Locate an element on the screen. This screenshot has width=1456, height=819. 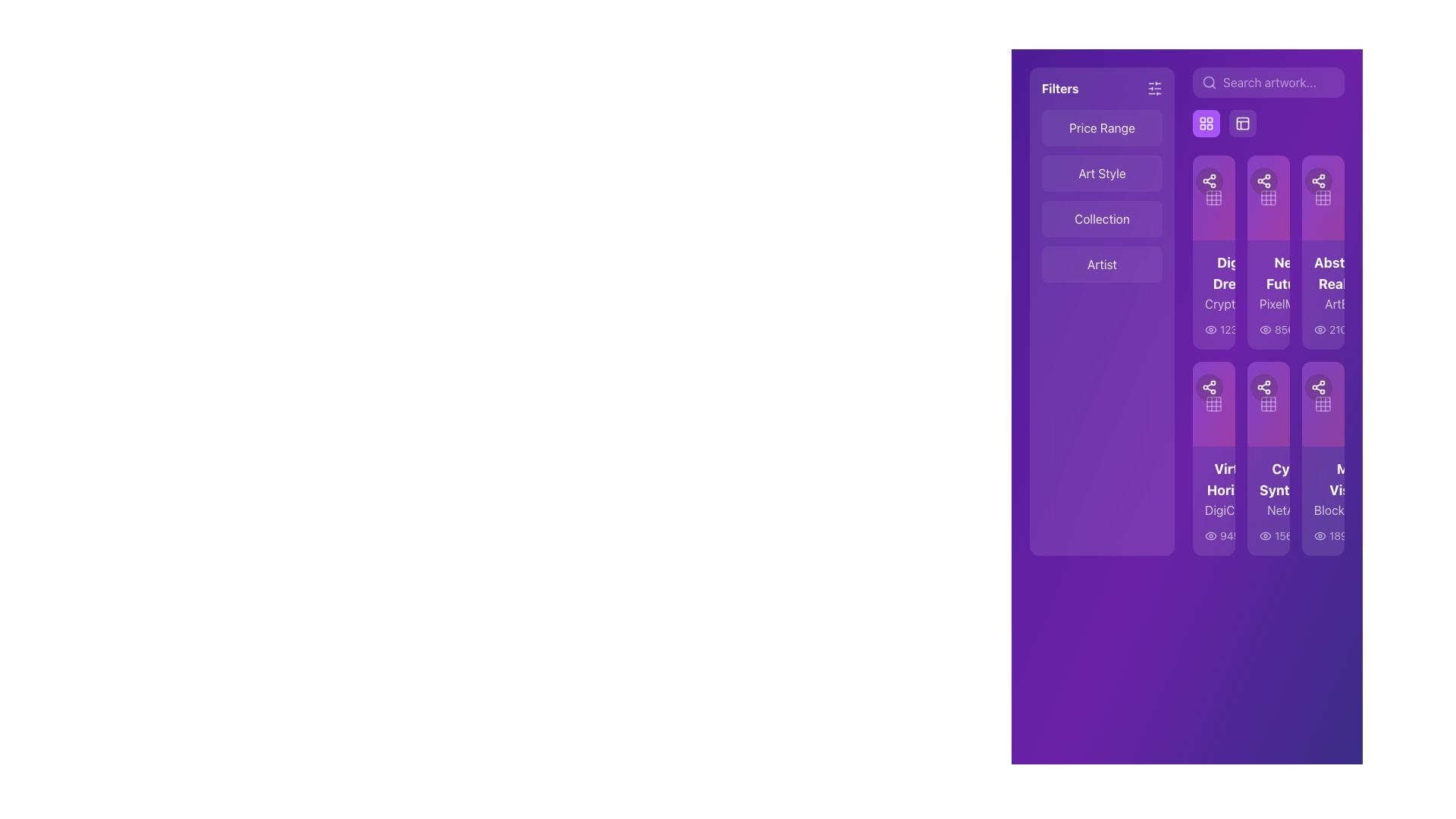
the heart icon, which is a bold outlined symbol for liking or favoriting, located at the center of the lower row of an array of grid-like cards is located at coordinates (1230, 386).